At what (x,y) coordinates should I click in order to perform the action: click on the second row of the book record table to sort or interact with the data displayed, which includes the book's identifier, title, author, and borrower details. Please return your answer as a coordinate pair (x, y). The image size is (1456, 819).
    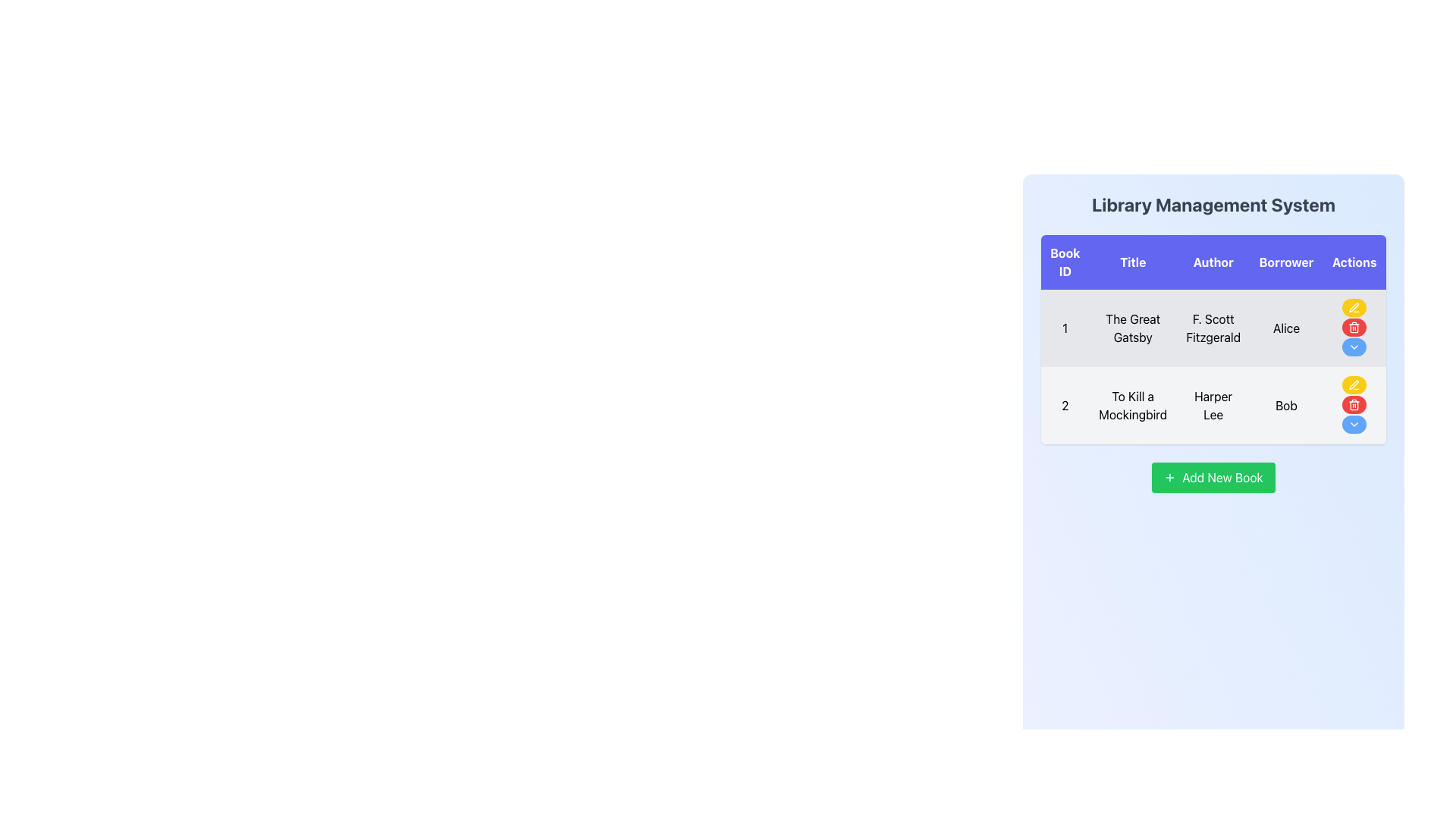
    Looking at the image, I should click on (1213, 405).